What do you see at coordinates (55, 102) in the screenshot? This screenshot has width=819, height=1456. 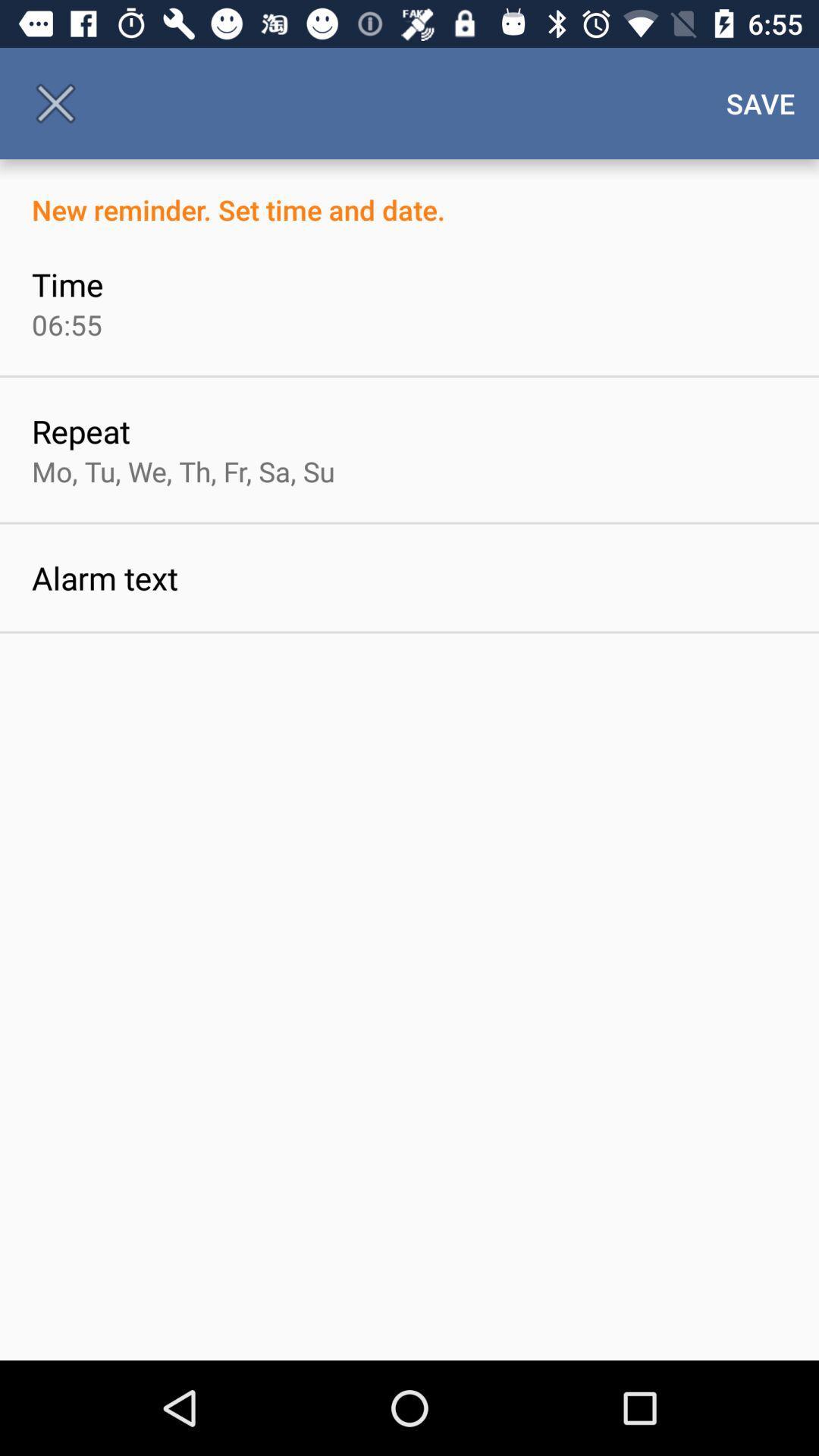 I see `the icon above new reminder set icon` at bounding box center [55, 102].